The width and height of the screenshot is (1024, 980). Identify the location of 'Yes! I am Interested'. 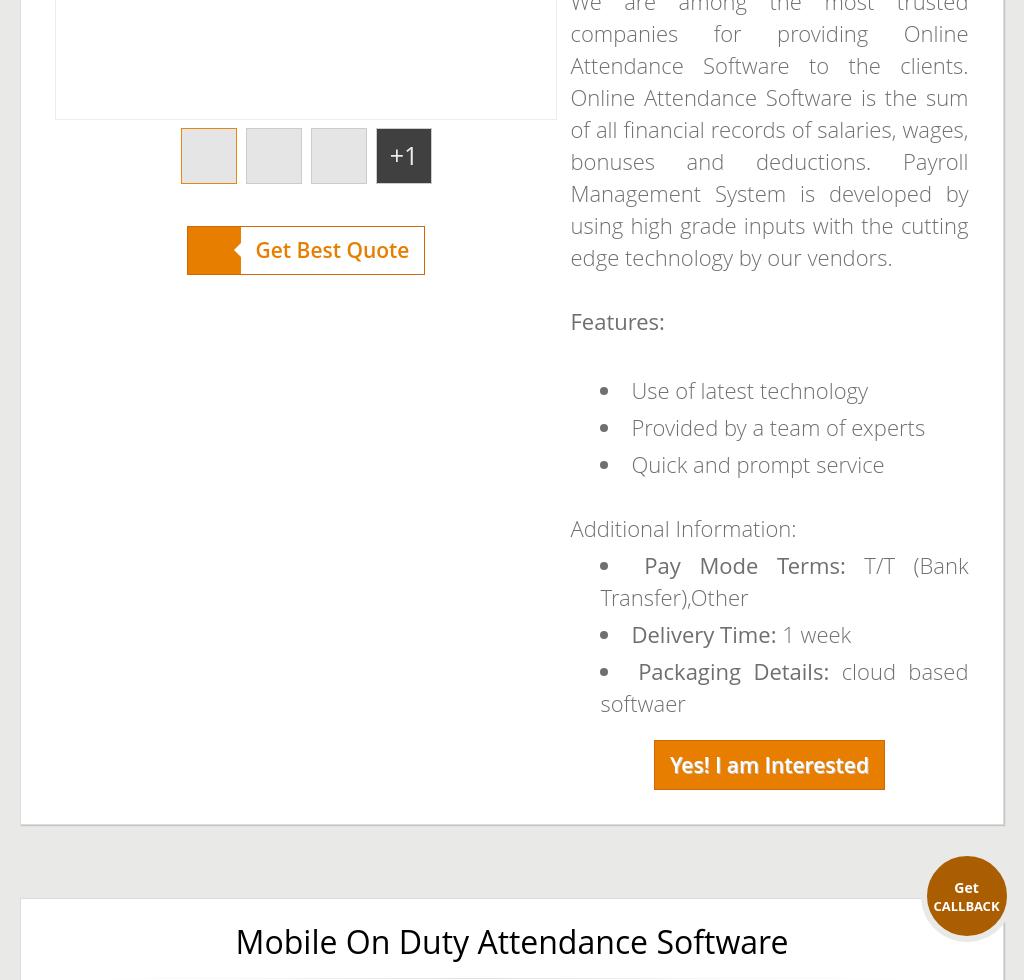
(667, 764).